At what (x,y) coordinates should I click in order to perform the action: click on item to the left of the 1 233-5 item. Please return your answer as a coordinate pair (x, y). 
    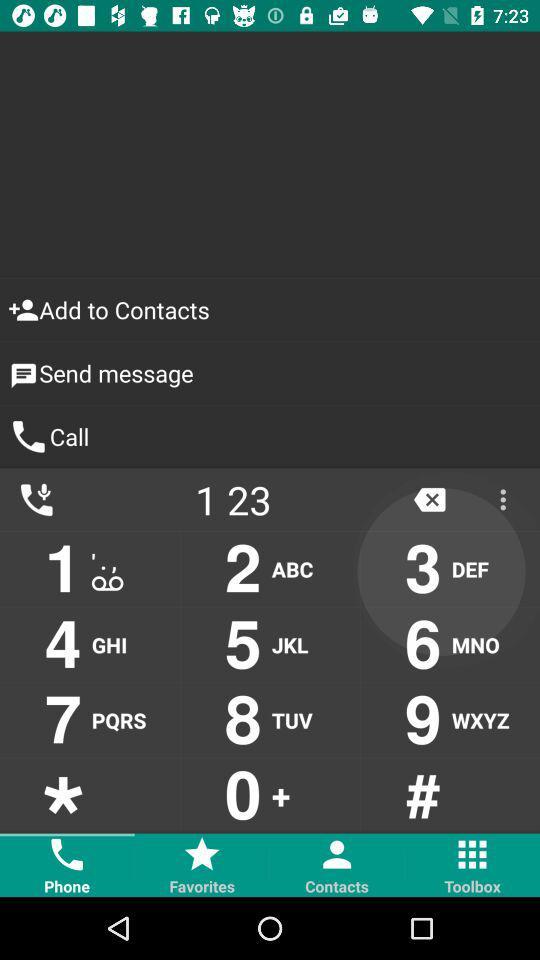
    Looking at the image, I should click on (36, 498).